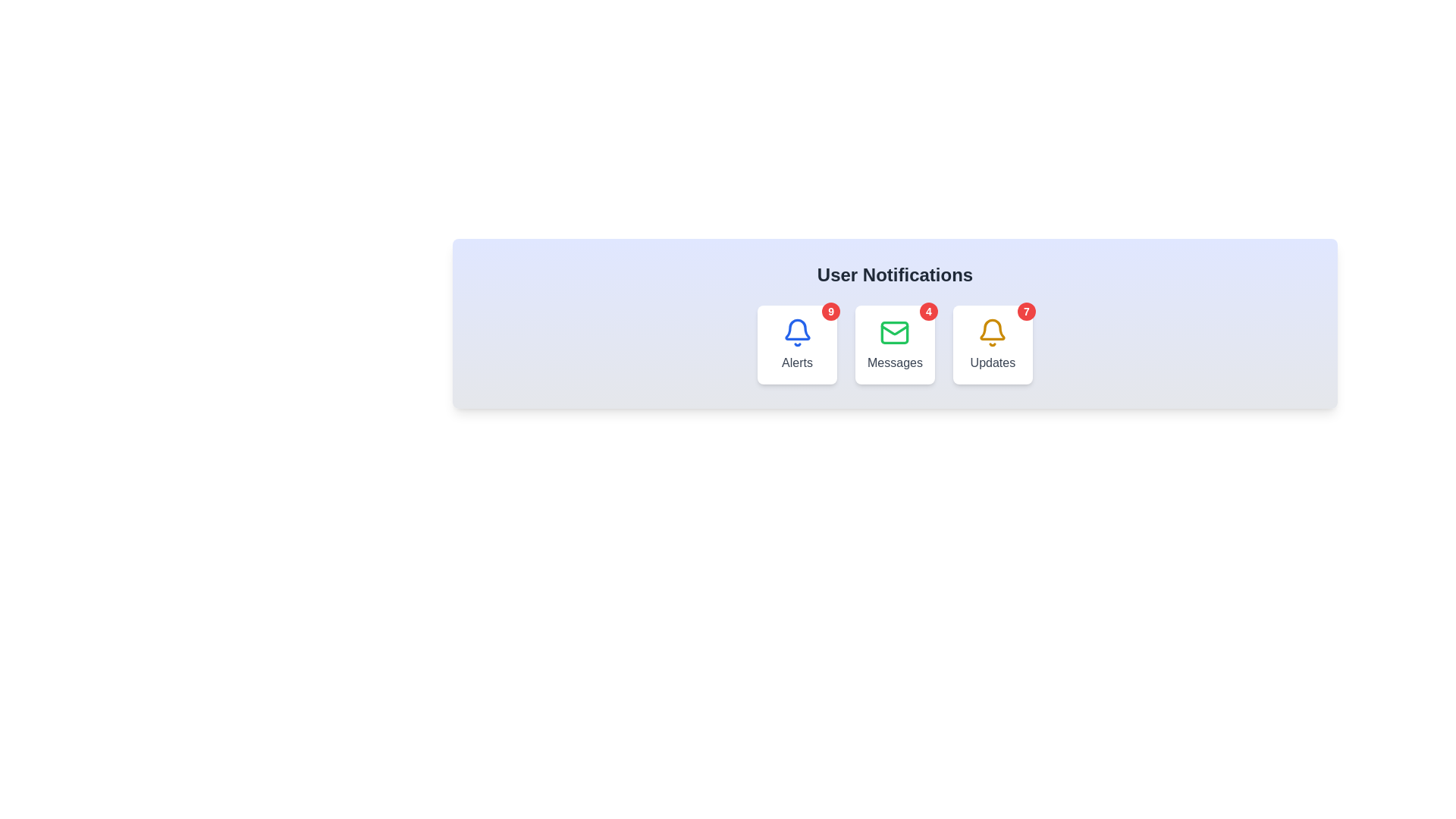 Image resolution: width=1456 pixels, height=819 pixels. I want to click on the small red circular Notification Badge displaying the number '4', located at the top-right corner of the 'Messages' card, so click(927, 311).